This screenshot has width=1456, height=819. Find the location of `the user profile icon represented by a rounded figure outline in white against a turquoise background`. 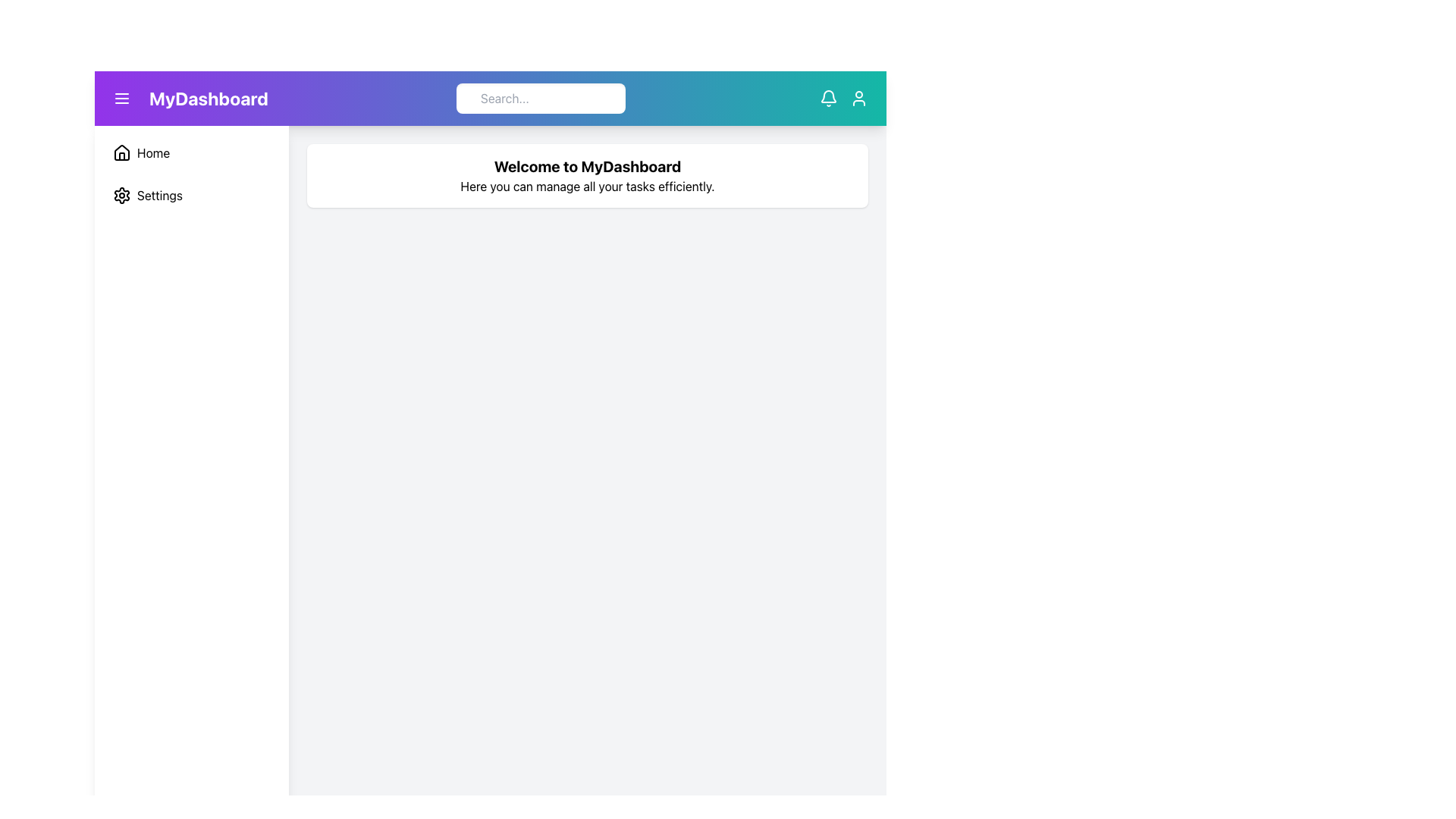

the user profile icon represented by a rounded figure outline in white against a turquoise background is located at coordinates (858, 99).